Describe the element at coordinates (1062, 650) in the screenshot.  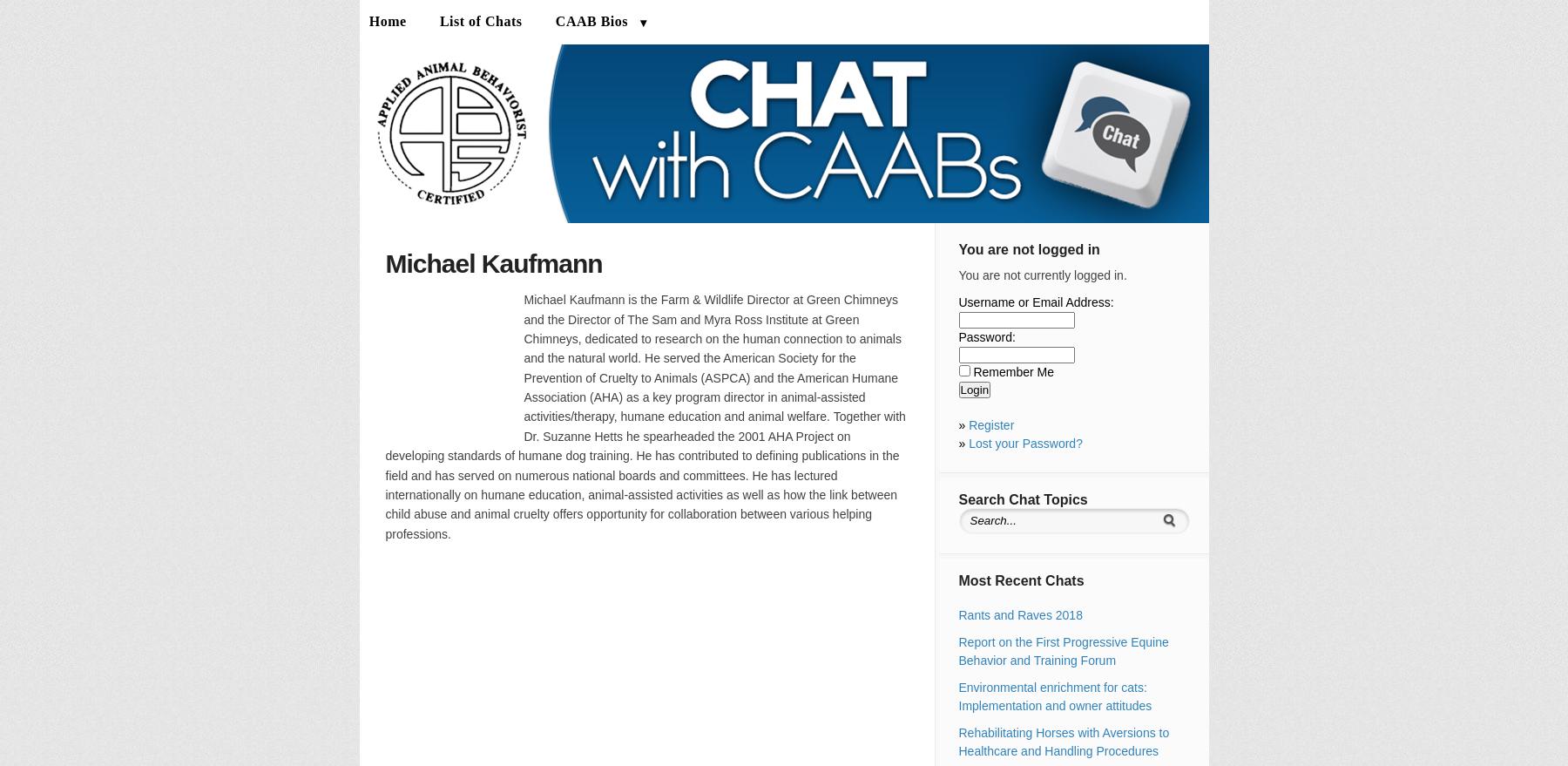
I see `'Report on the First Progressive Equine Behavior and Training Forum'` at that location.